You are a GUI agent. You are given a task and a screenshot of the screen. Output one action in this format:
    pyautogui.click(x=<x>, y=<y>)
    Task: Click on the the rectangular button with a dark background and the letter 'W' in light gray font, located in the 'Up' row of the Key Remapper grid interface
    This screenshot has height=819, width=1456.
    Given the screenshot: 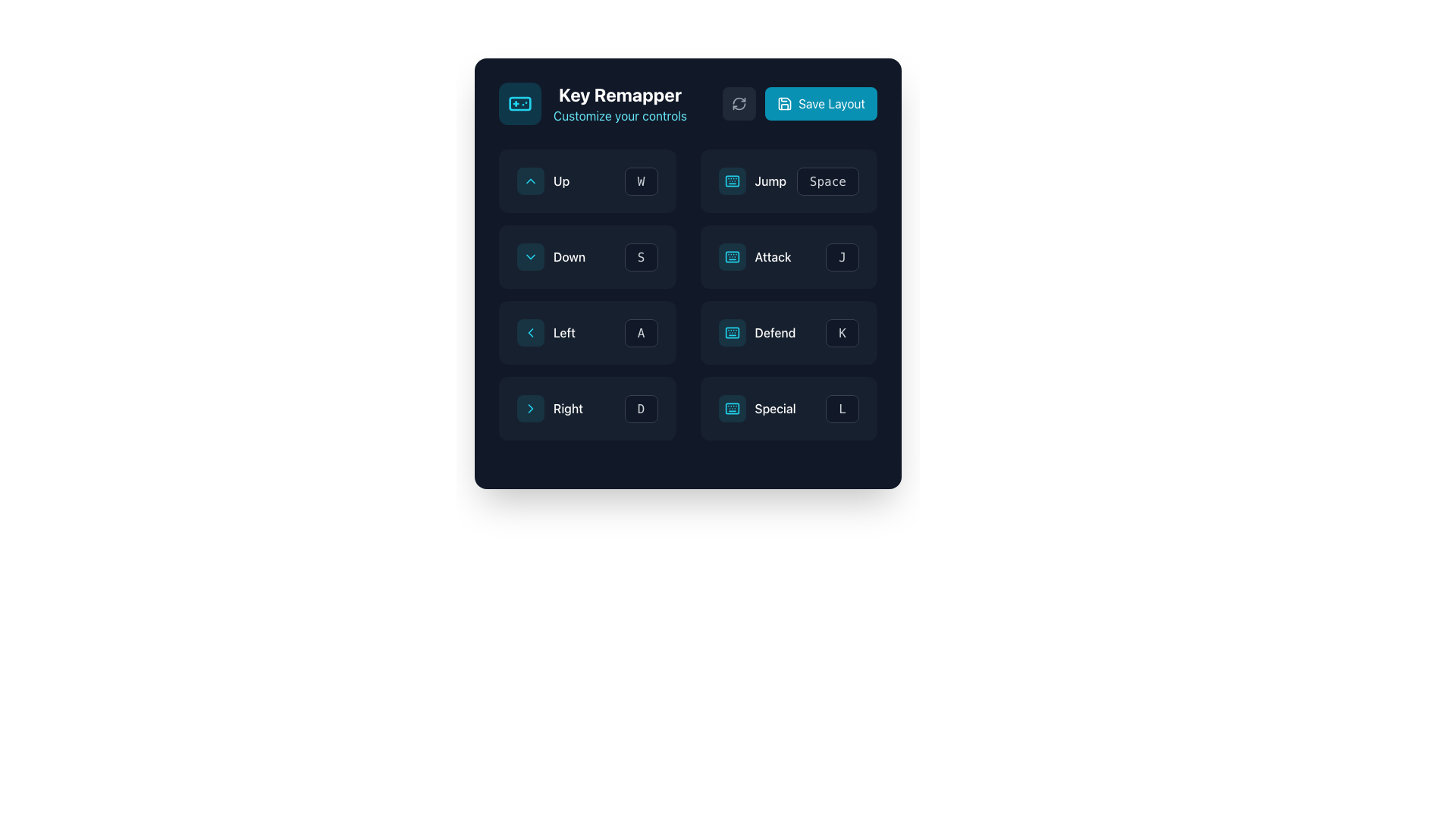 What is the action you would take?
    pyautogui.click(x=641, y=180)
    